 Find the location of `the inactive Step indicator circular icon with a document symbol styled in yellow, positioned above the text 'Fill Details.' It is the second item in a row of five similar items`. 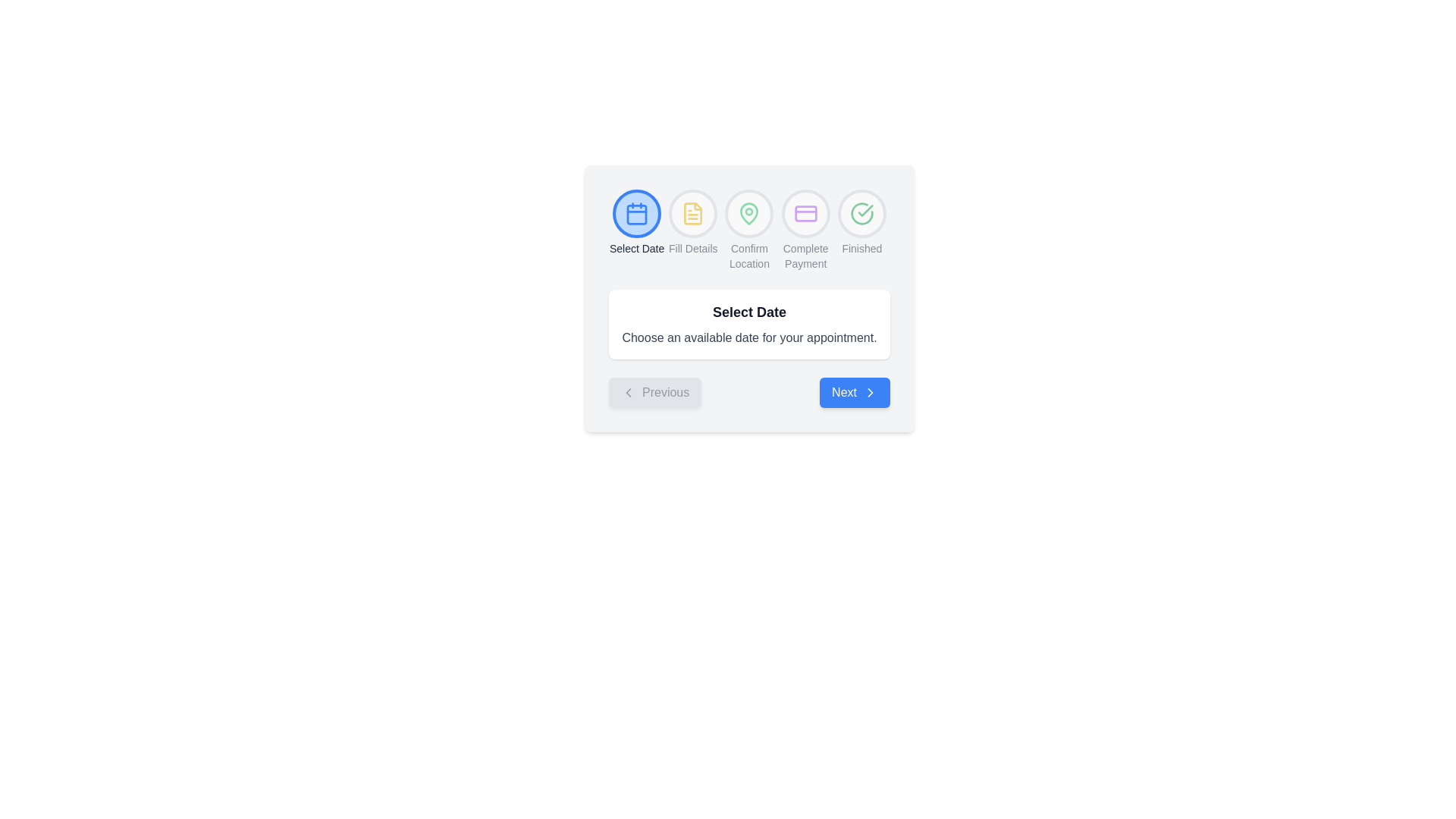

the inactive Step indicator circular icon with a document symbol styled in yellow, positioned above the text 'Fill Details.' It is the second item in a row of five similar items is located at coordinates (692, 231).